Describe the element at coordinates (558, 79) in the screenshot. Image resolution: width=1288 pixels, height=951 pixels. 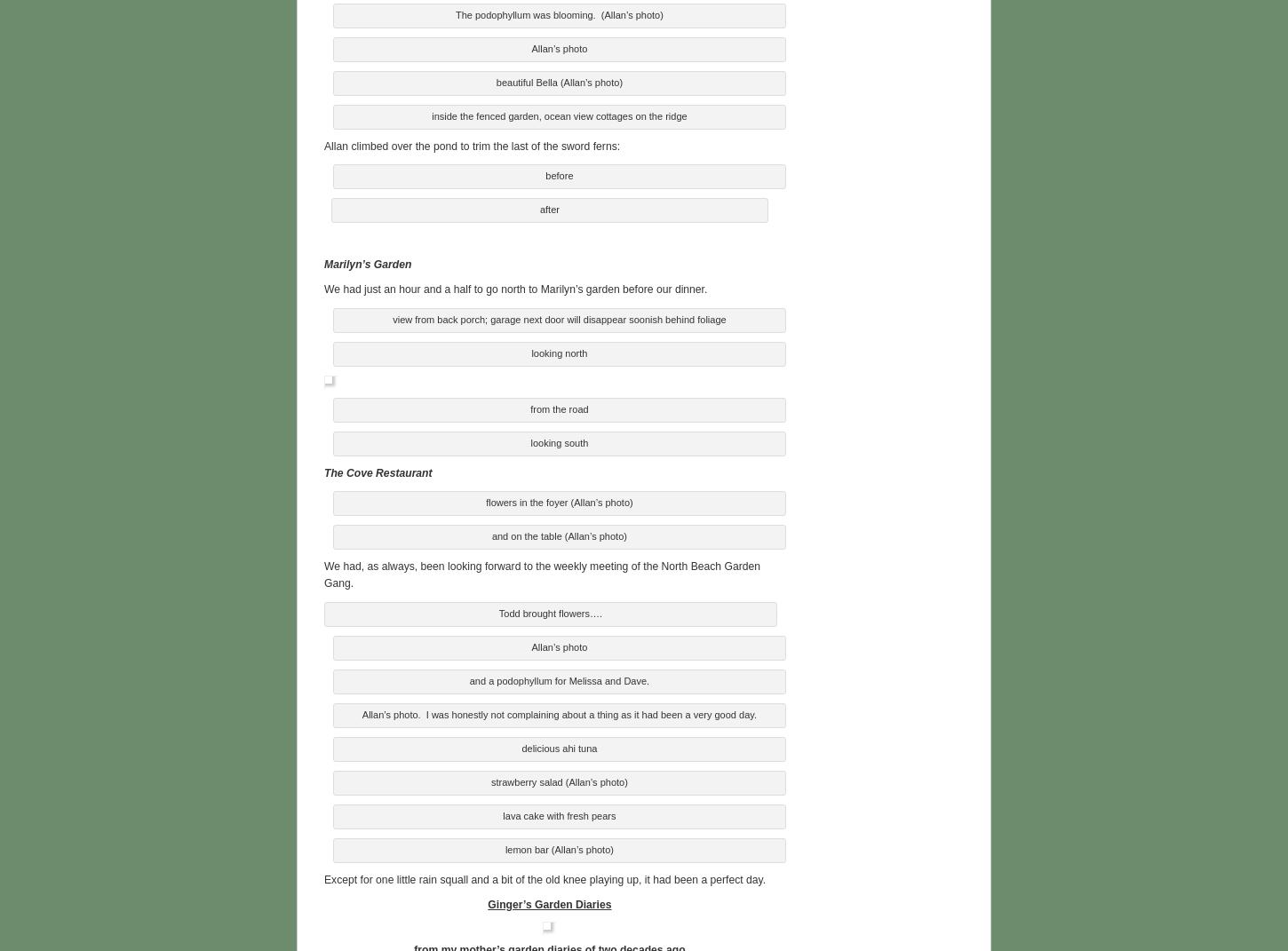
I see `'beautiful Bella (Allan’s photo)'` at that location.